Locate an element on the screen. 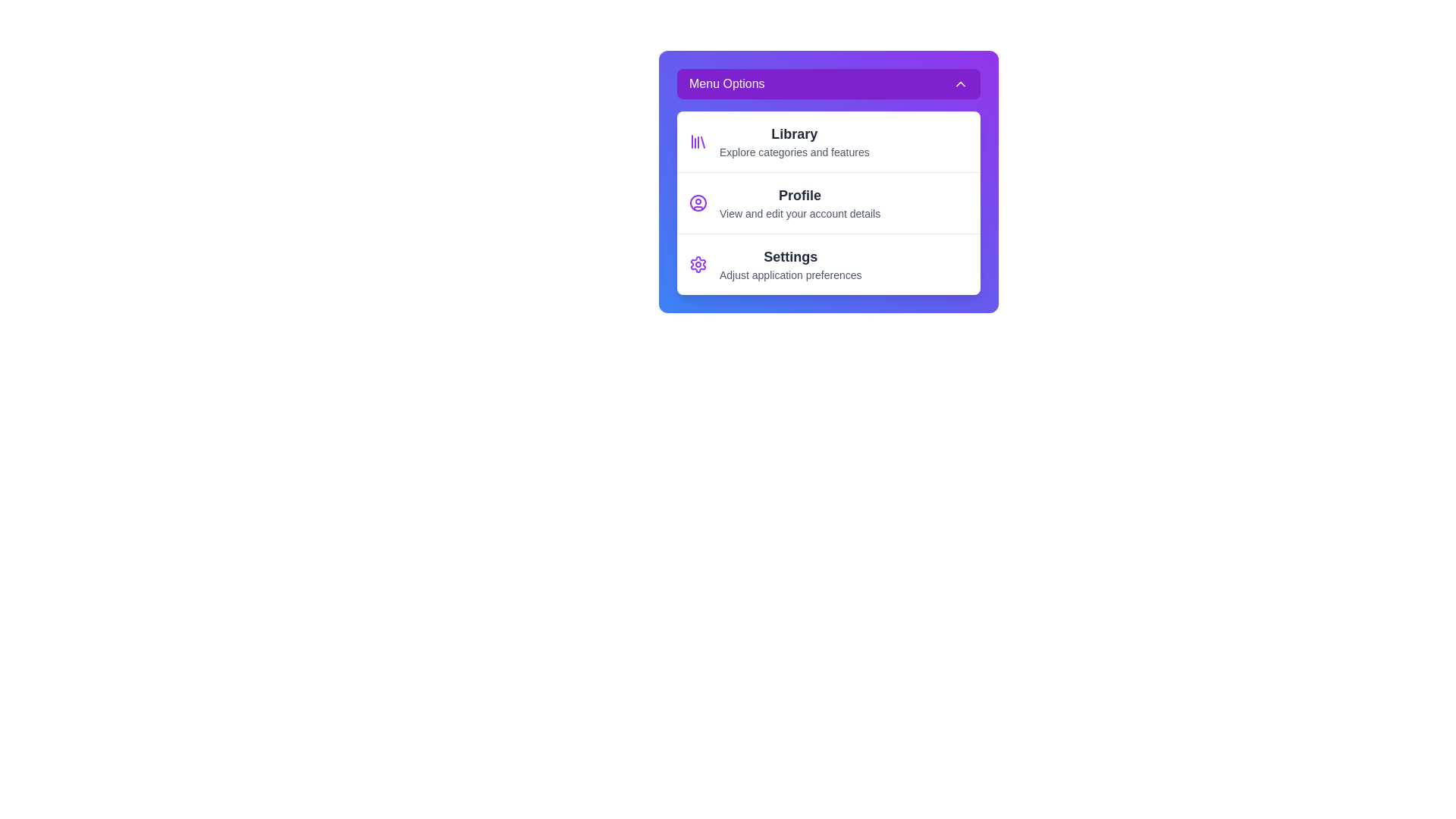 This screenshot has width=1456, height=819. the purple outer ring of the icon located beside the 'Profile' section in the menu is located at coordinates (698, 202).